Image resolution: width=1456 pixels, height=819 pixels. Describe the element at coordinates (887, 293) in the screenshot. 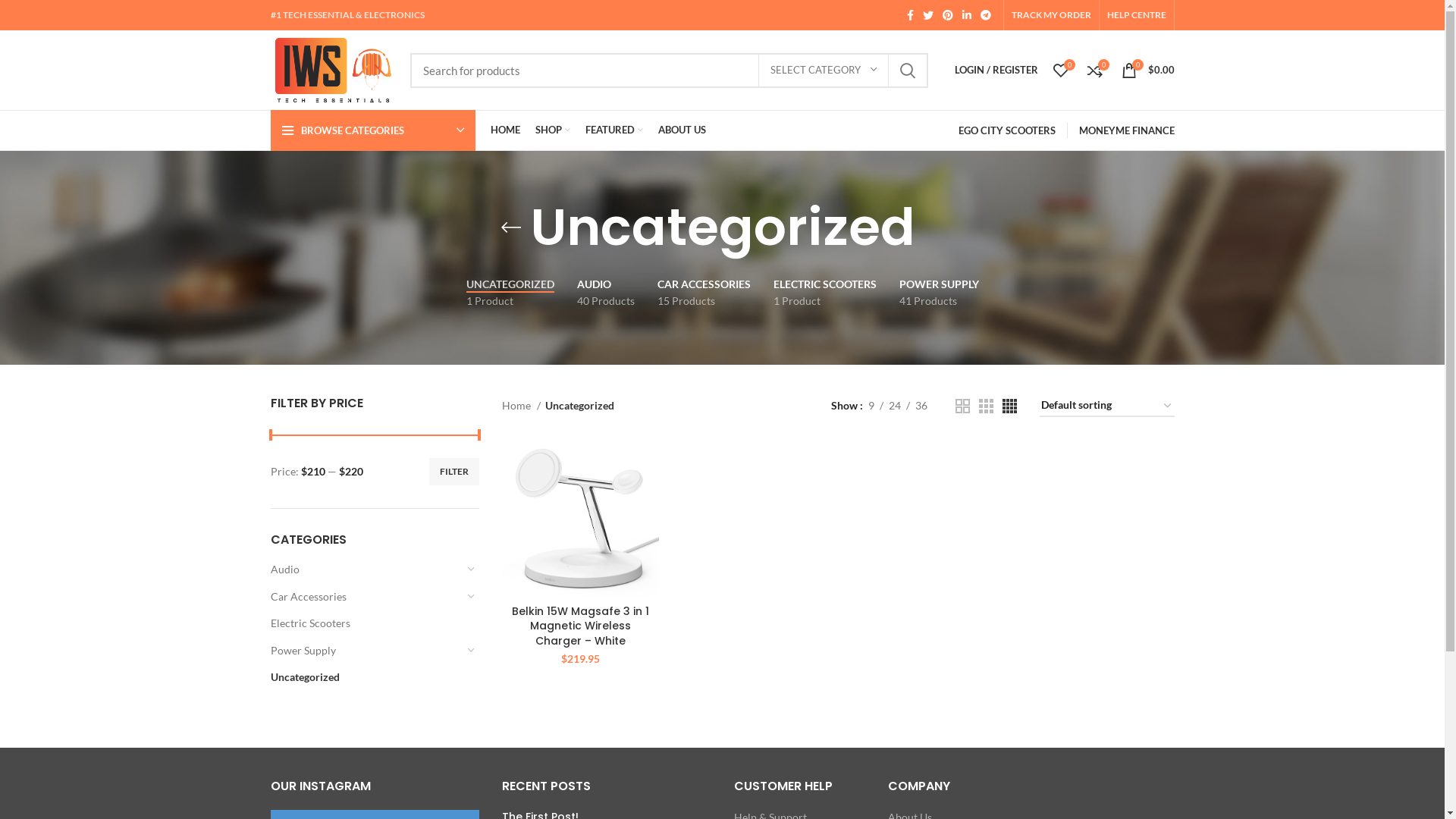

I see `'POWER SUPPLY` at that location.